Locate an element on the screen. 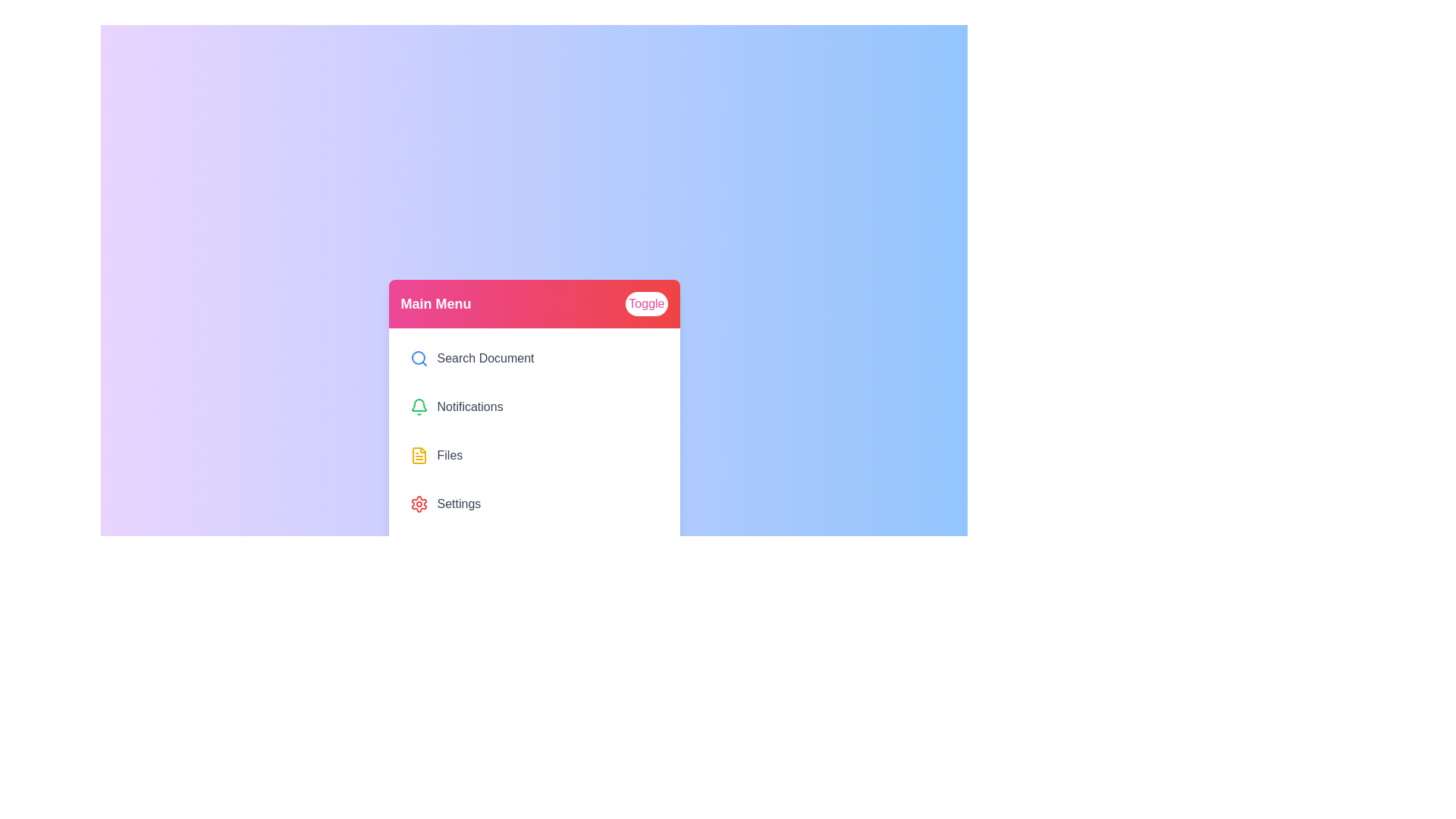 The height and width of the screenshot is (819, 1456). 'Toggle' button to toggle the visibility of the menu is located at coordinates (646, 304).